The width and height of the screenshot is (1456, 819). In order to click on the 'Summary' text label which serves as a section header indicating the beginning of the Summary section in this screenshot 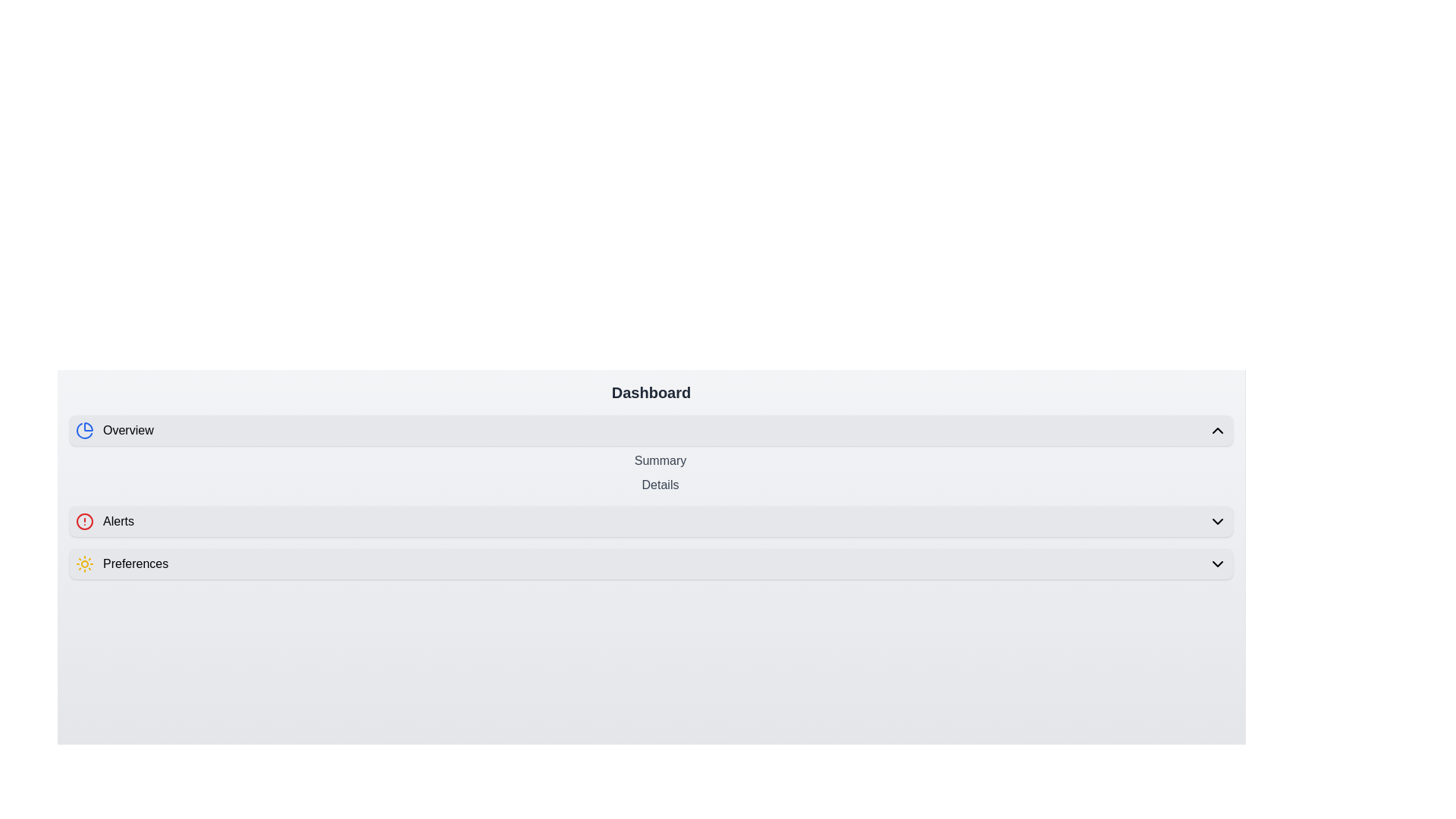, I will do `click(660, 460)`.